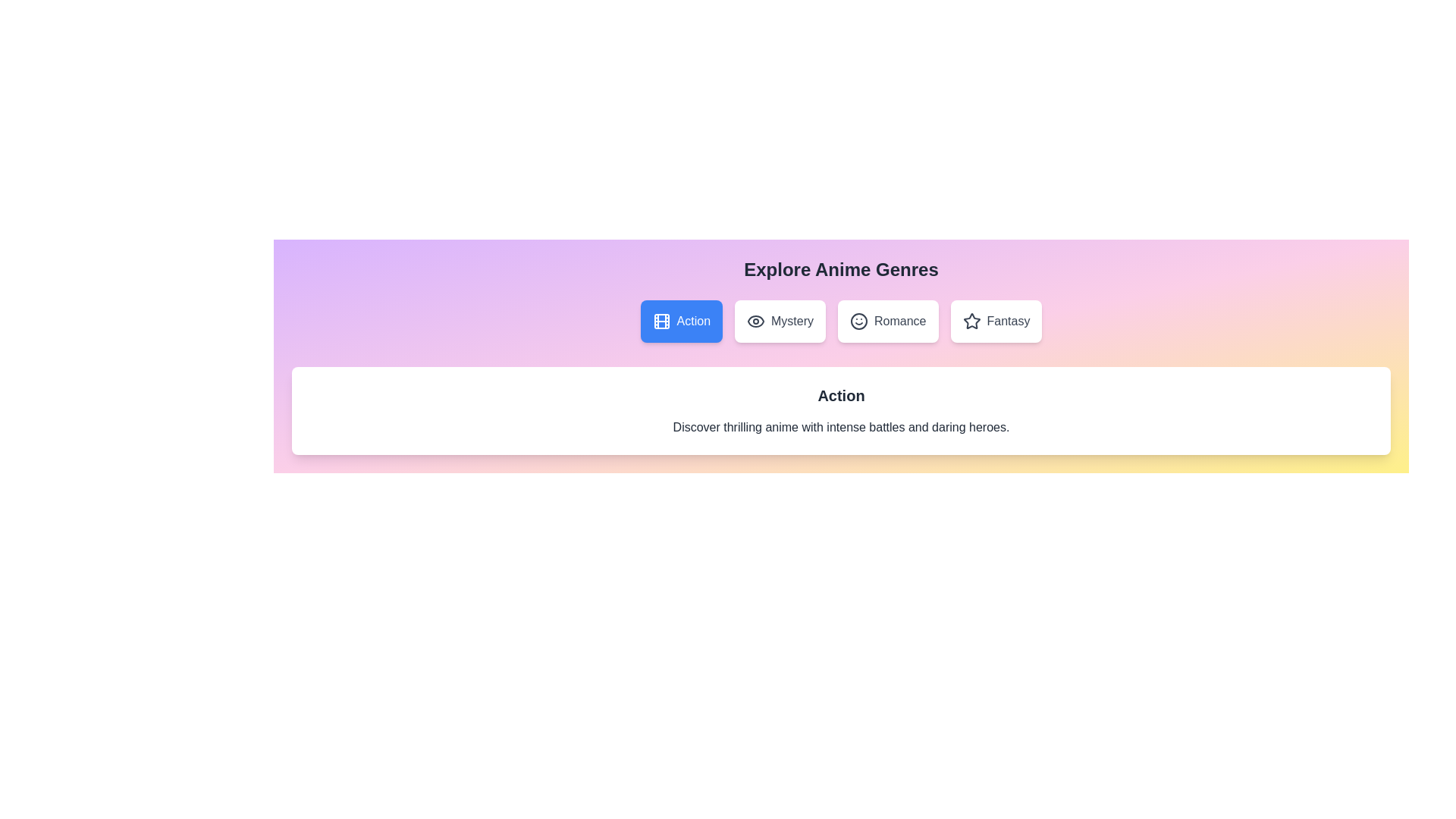 The height and width of the screenshot is (819, 1456). What do you see at coordinates (996, 321) in the screenshot?
I see `the Fantasy tab by clicking on it` at bounding box center [996, 321].